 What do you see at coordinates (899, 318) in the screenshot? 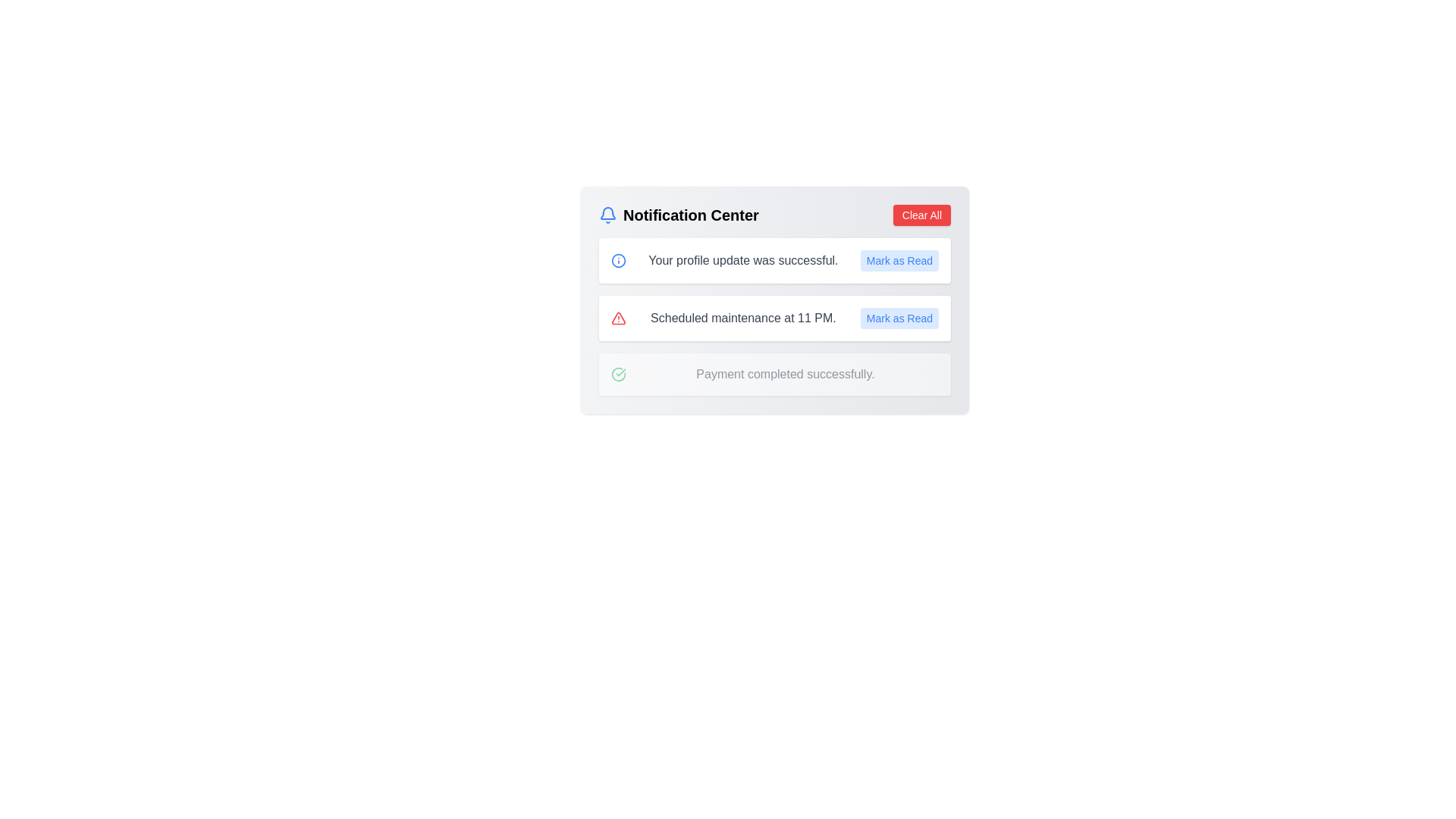
I see `the blue text button labeled 'Mark as Read' to mark the notification as read` at bounding box center [899, 318].